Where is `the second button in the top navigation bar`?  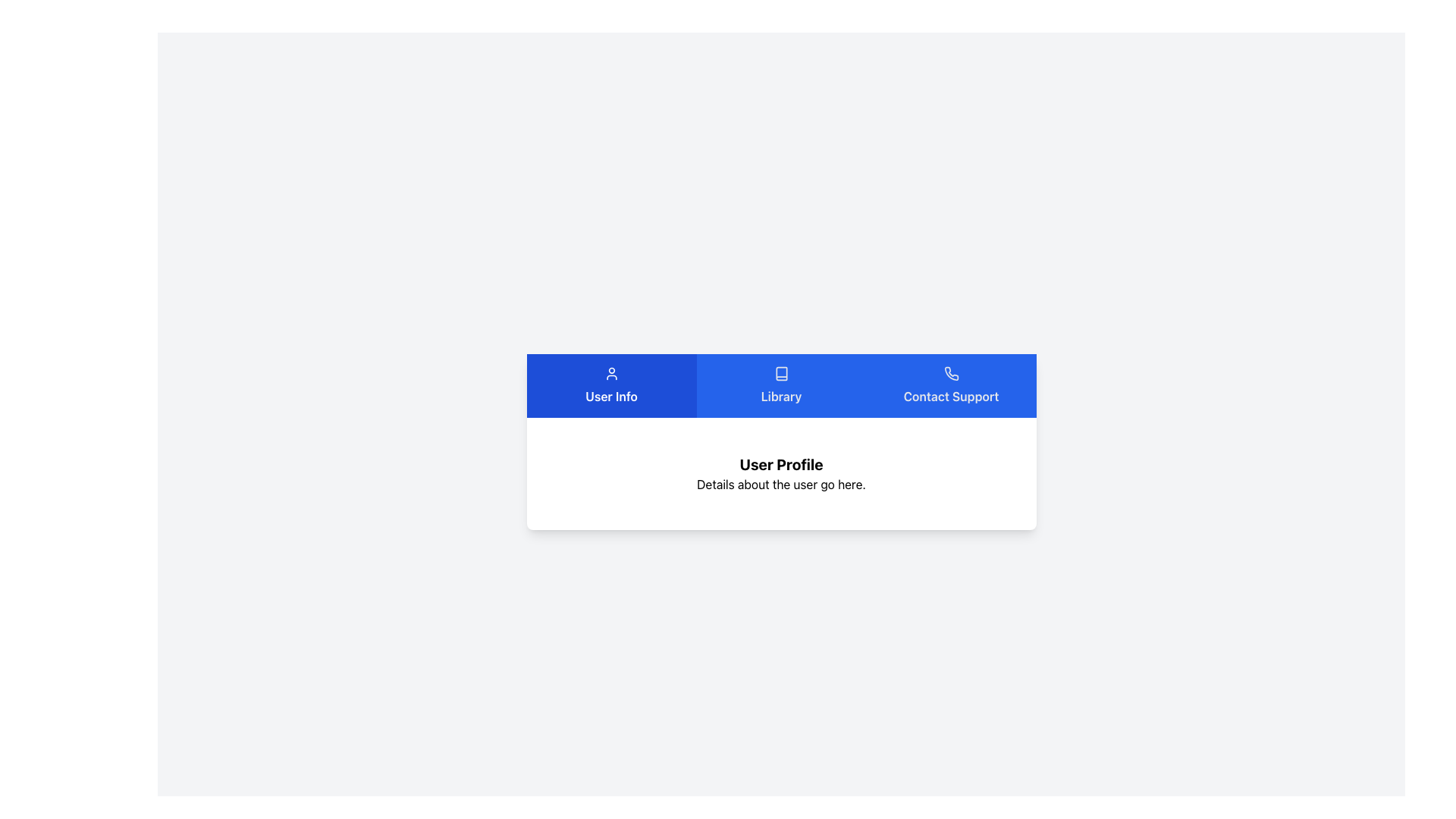 the second button in the top navigation bar is located at coordinates (781, 385).